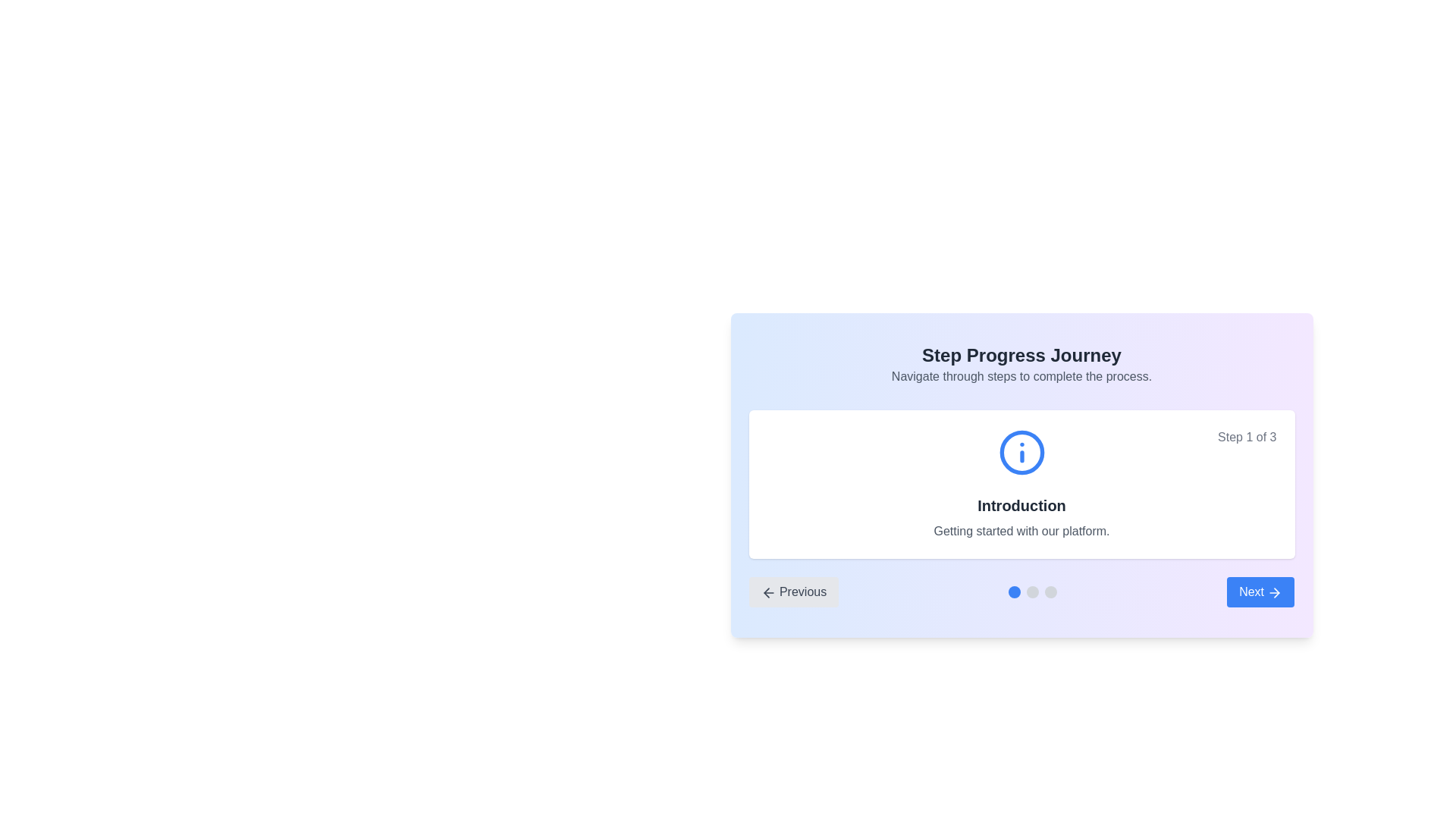  I want to click on the third circular indicator with a gray background, which is unselected and located at the bottom-center of the interface, so click(1050, 591).